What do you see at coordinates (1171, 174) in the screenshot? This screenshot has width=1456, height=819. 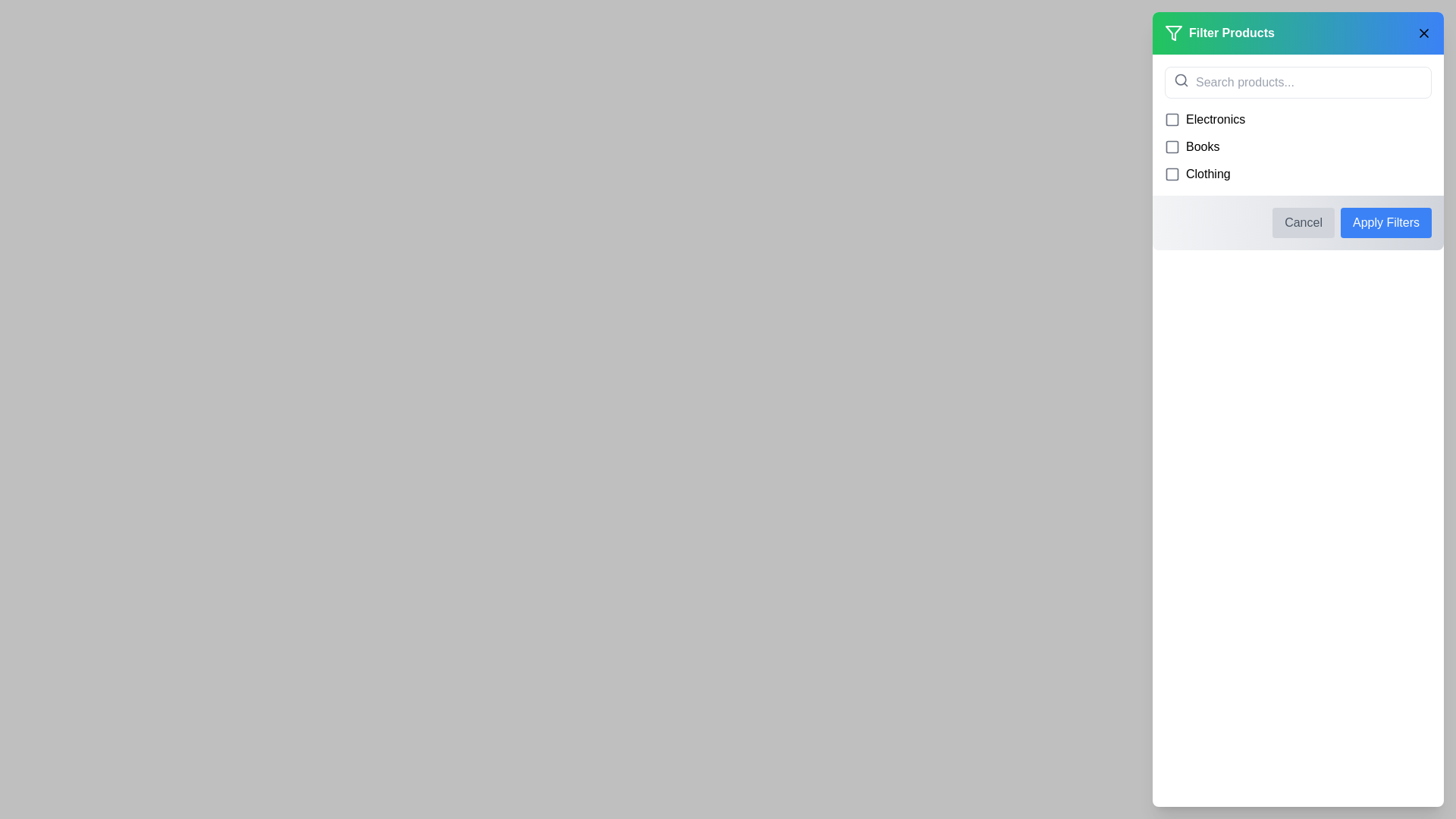 I see `the third Checkbox located next to the 'Clothing' label in the filter options` at bounding box center [1171, 174].